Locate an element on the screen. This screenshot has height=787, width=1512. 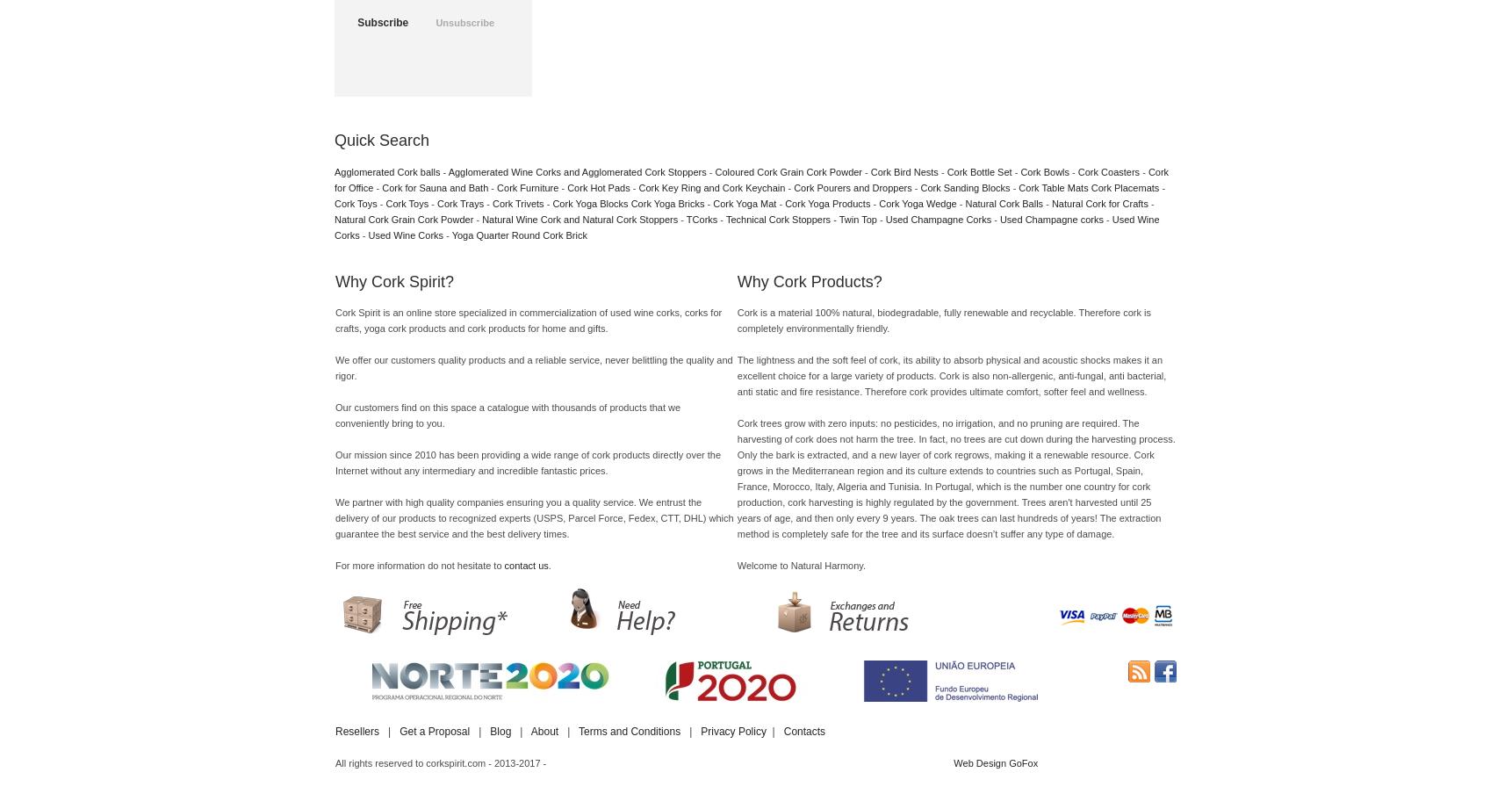
'Get a Proposal' is located at coordinates (435, 732).